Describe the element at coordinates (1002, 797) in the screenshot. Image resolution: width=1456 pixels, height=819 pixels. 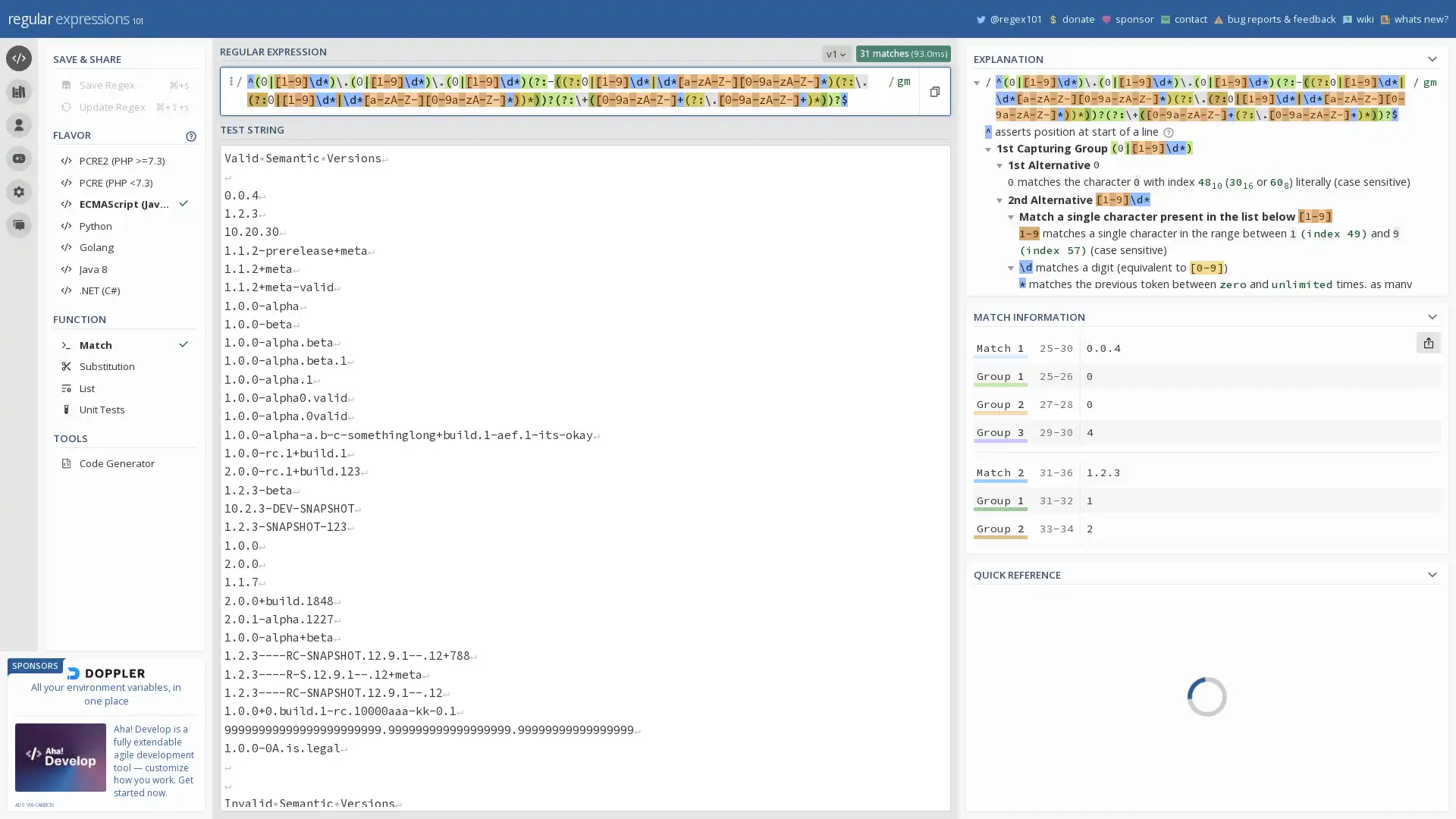
I see `Collapse Subtree` at that location.